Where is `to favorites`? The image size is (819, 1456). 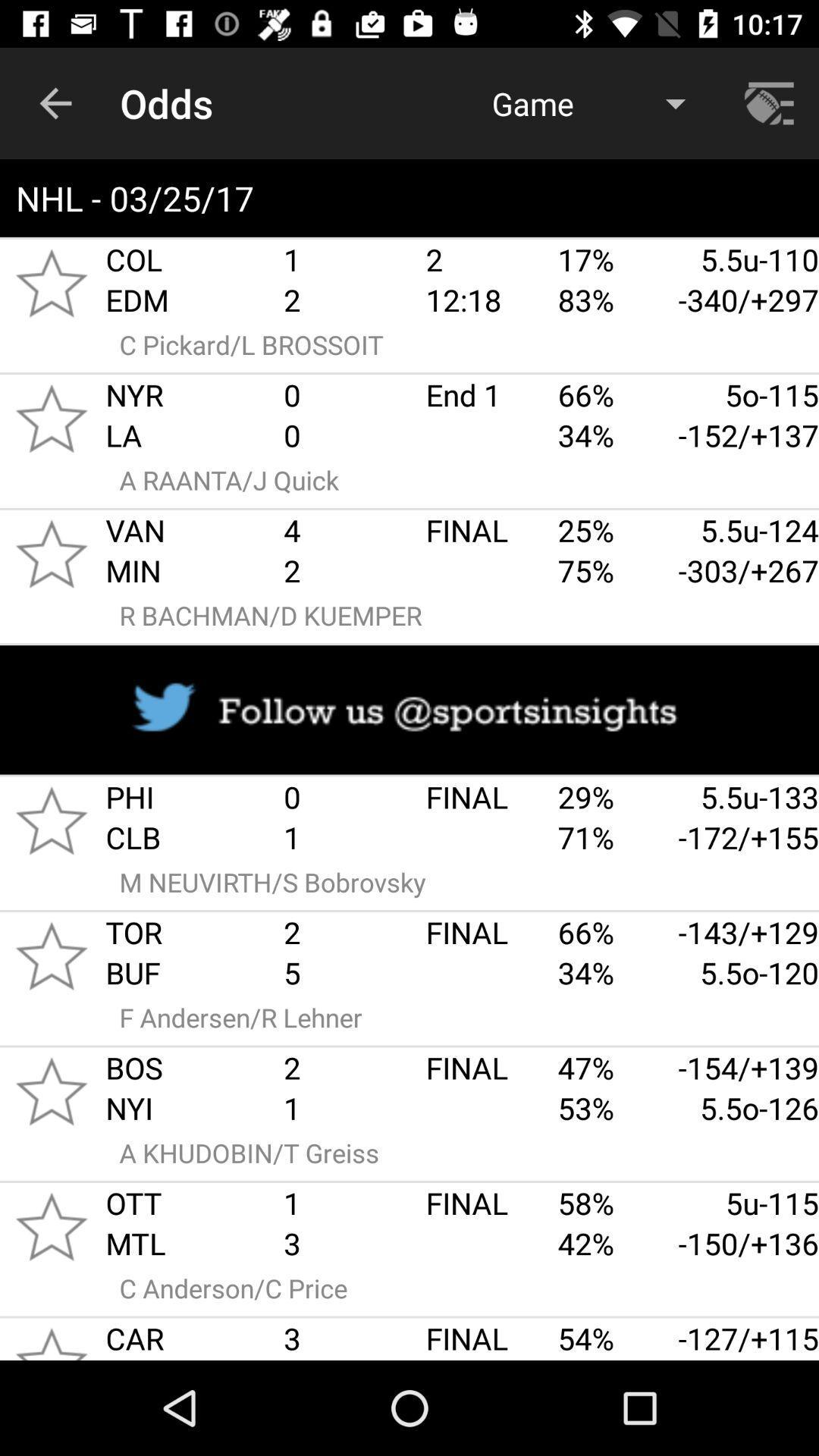 to favorites is located at coordinates (51, 820).